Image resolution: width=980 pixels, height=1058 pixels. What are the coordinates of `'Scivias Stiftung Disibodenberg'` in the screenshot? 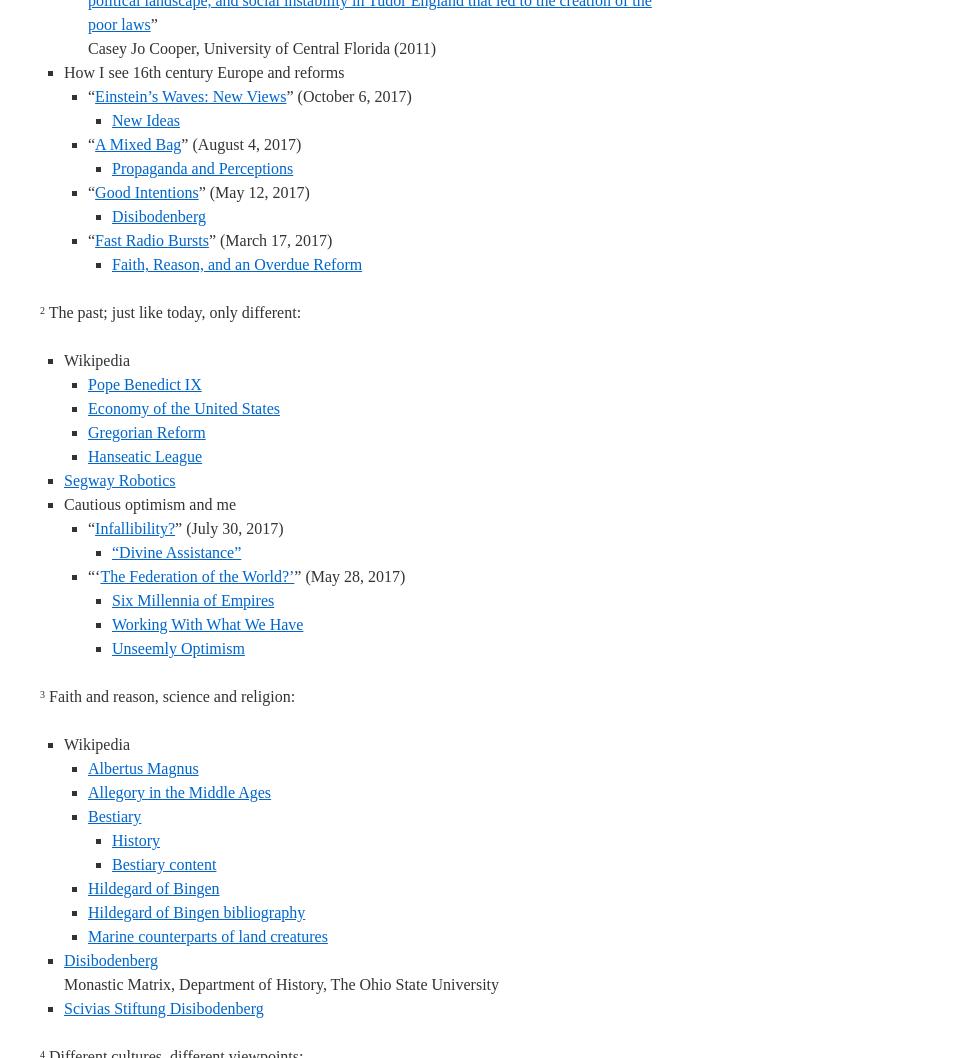 It's located at (163, 1007).